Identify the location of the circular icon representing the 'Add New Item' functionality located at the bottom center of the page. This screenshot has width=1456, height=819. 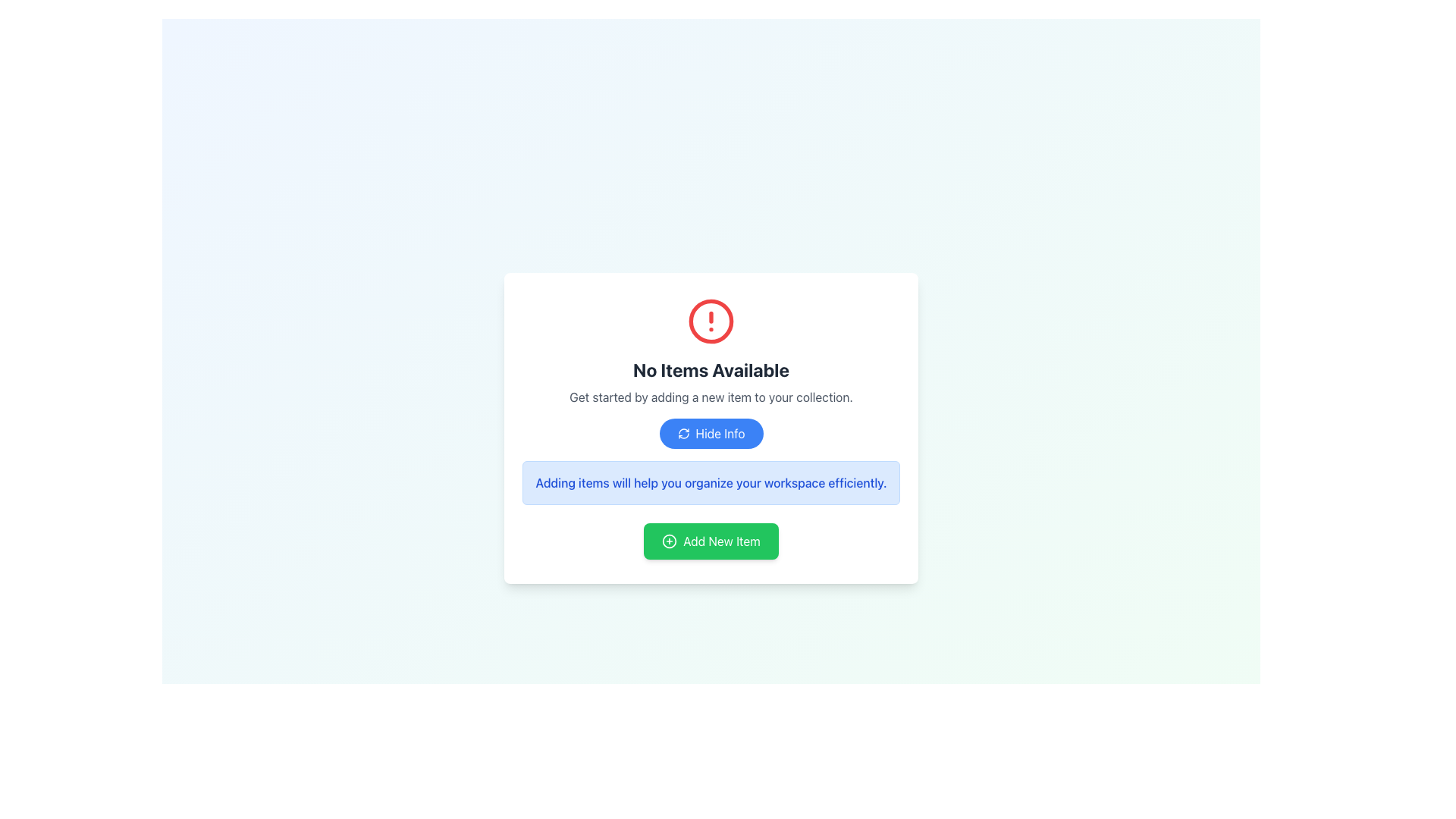
(669, 540).